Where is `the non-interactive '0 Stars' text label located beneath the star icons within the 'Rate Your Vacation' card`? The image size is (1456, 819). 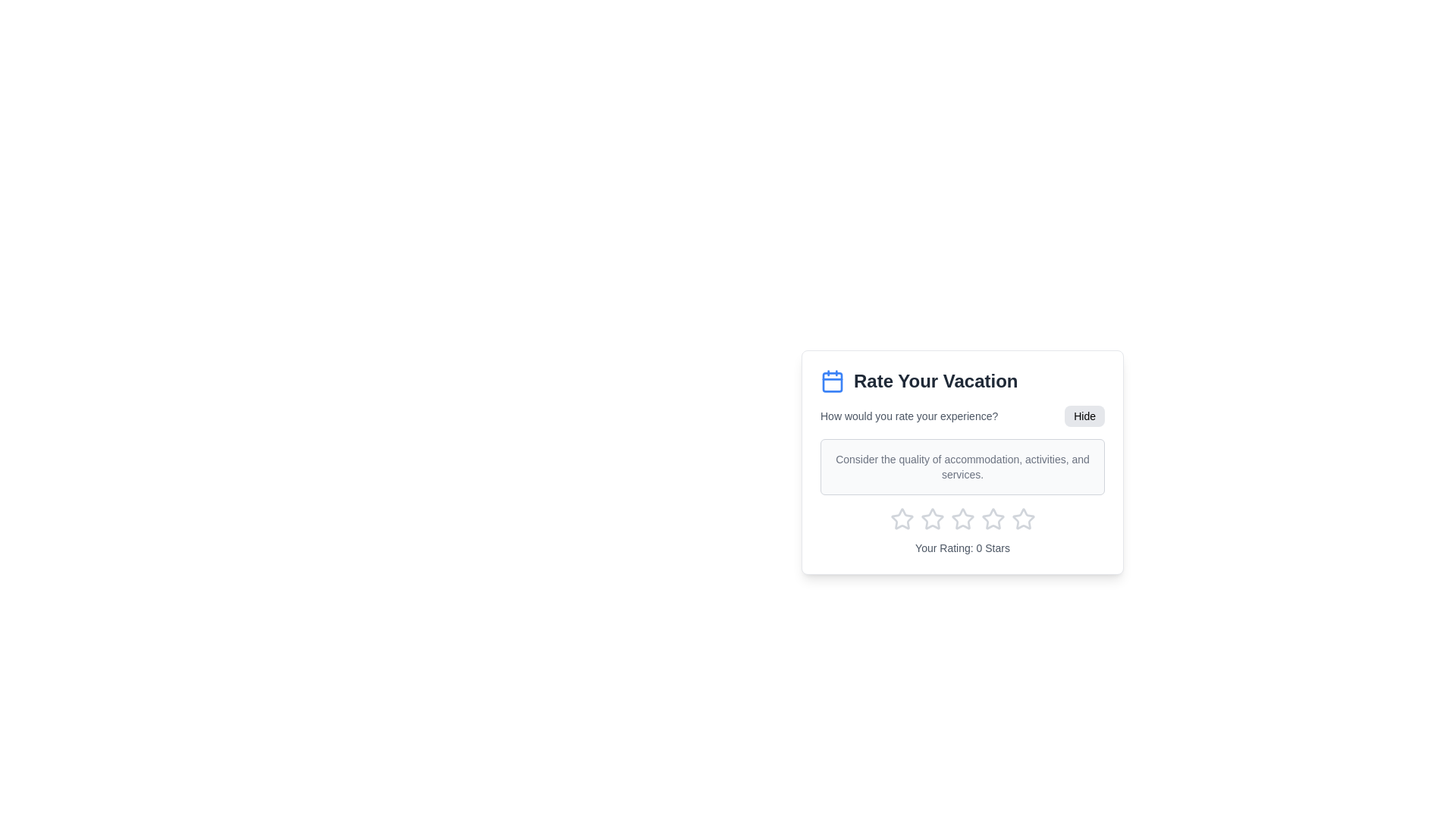 the non-interactive '0 Stars' text label located beneath the star icons within the 'Rate Your Vacation' card is located at coordinates (962, 548).